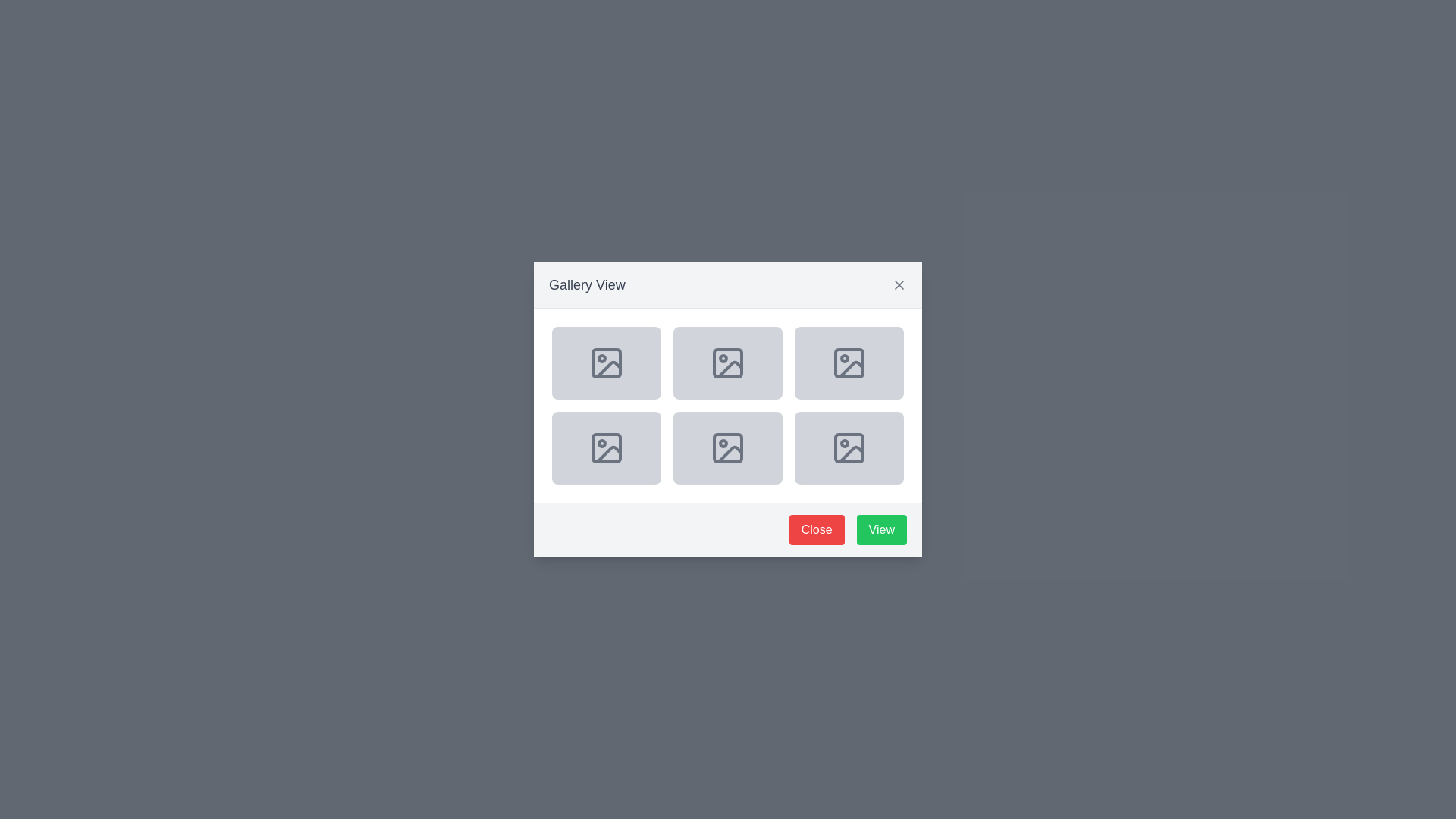 The image size is (1456, 819). I want to click on the Image Placeholder, a rectangular button-like component with a gray background and a photo icon, located in the bottom-right corner of the grid layout, so click(848, 447).